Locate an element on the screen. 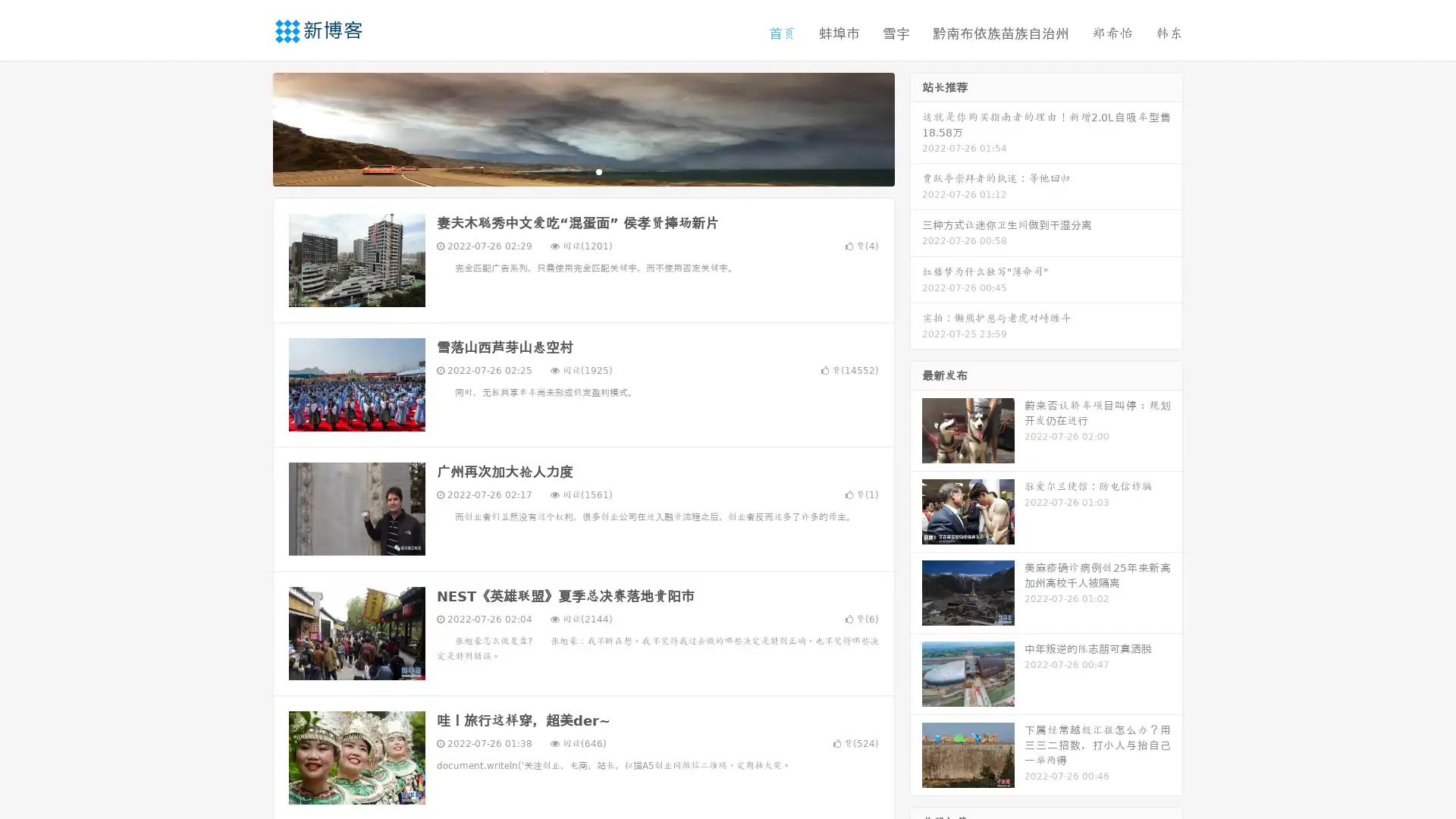 The height and width of the screenshot is (819, 1456). Previous slide is located at coordinates (250, 127).